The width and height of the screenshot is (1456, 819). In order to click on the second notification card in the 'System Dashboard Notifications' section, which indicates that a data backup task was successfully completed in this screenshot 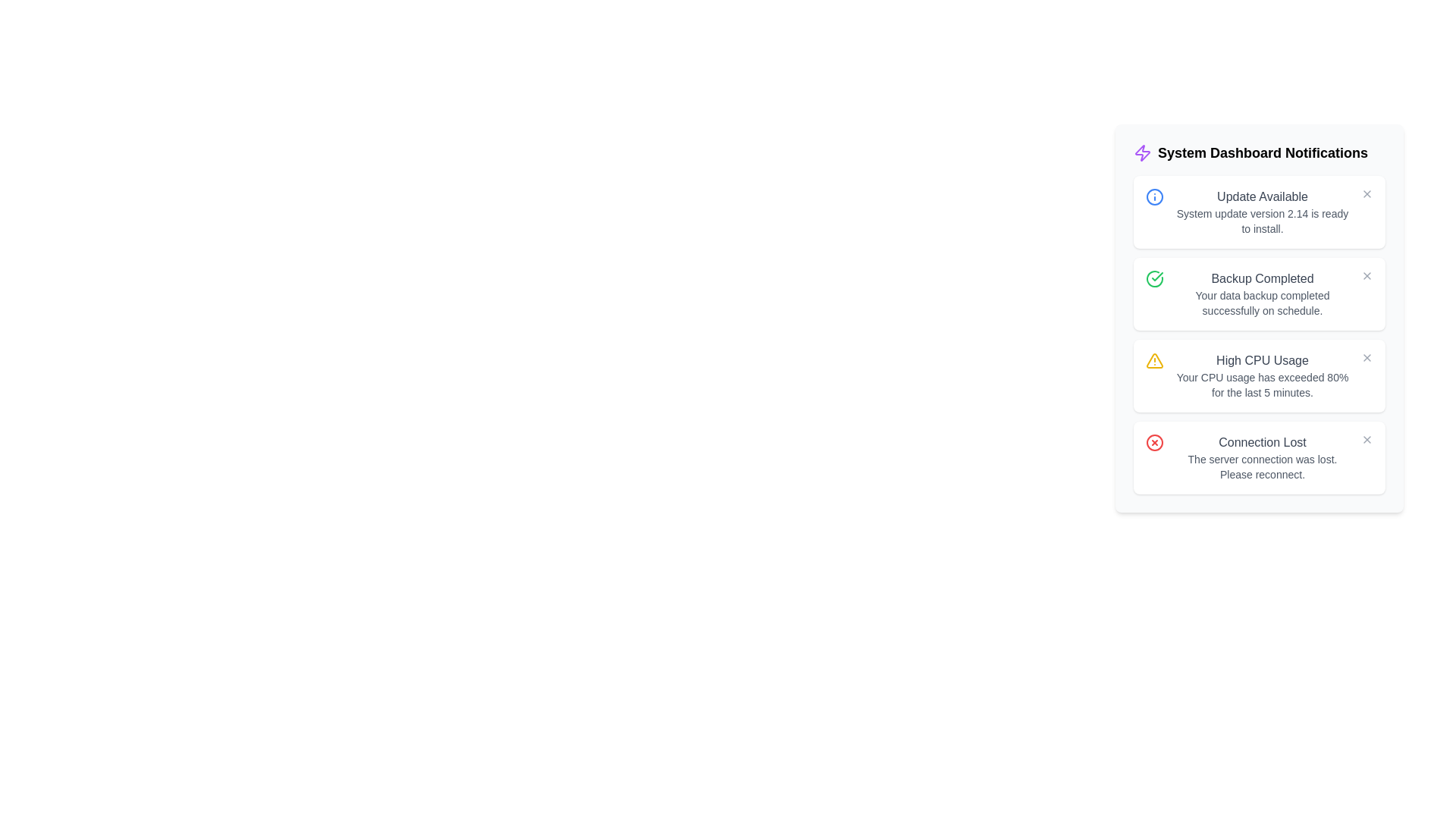, I will do `click(1259, 294)`.